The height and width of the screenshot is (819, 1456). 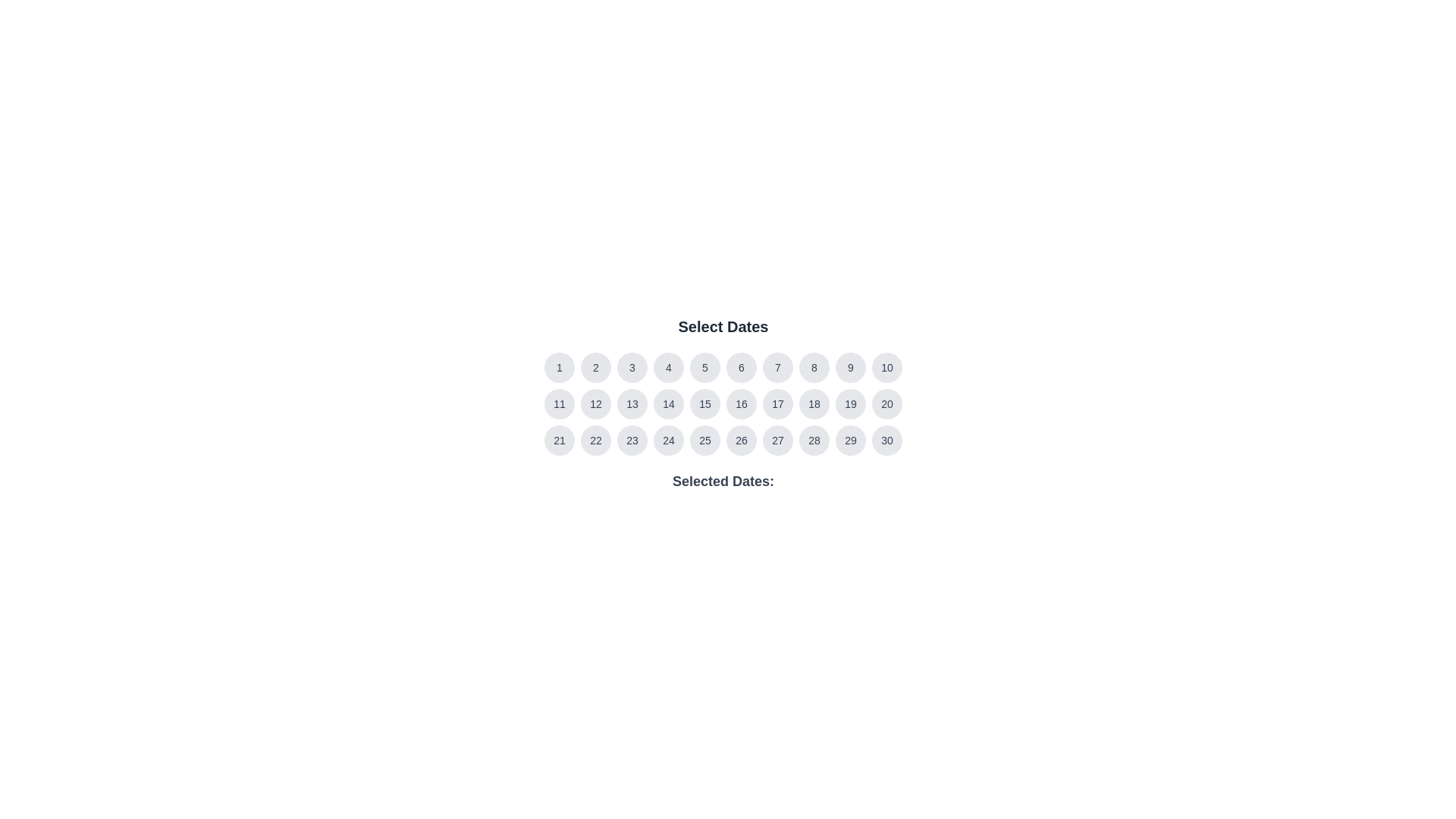 I want to click on the button that selects the date '16' in the date picker interface to trigger a tooltip or highlight effect, so click(x=742, y=403).